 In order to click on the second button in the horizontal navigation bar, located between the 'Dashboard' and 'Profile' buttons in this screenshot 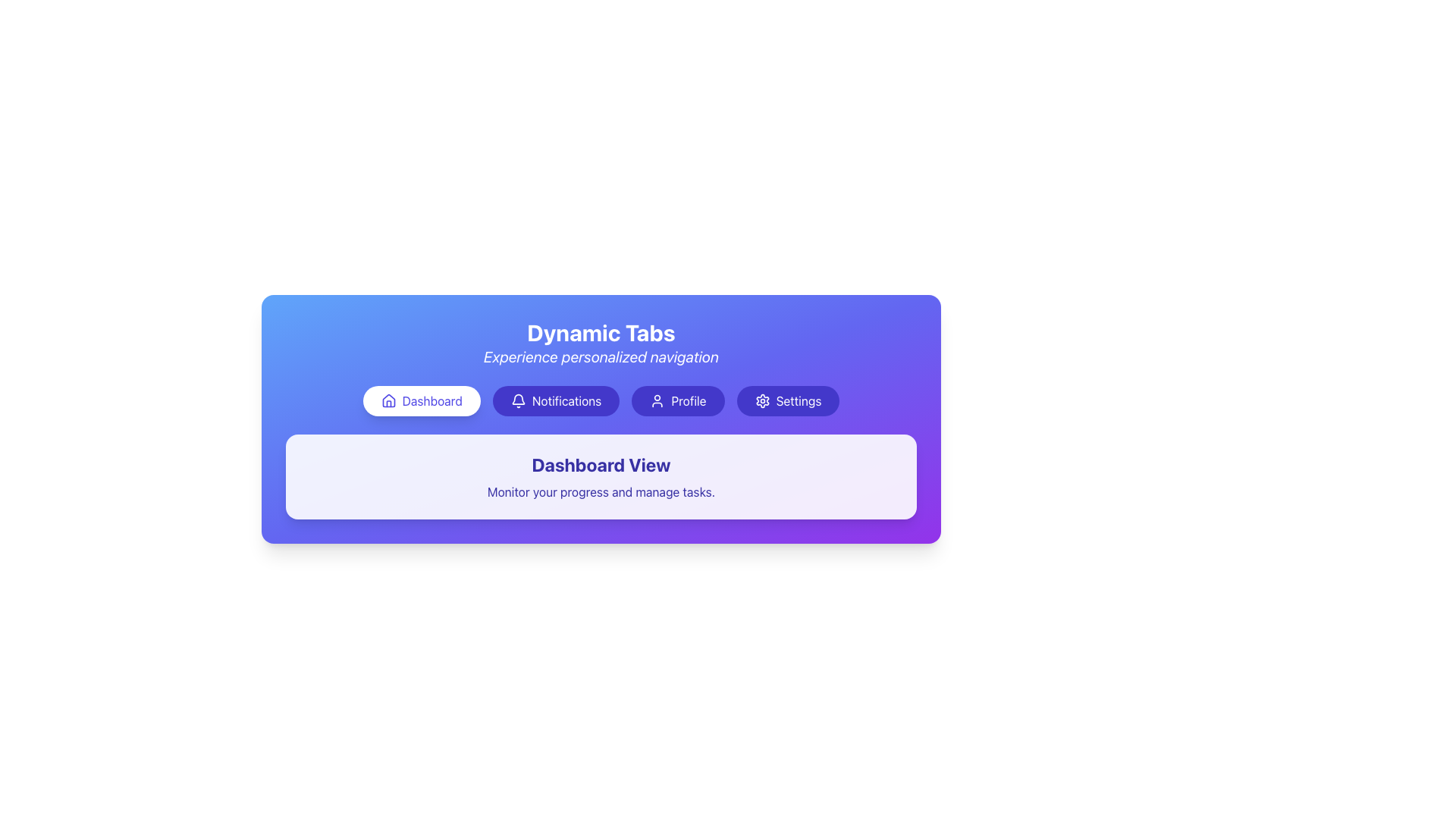, I will do `click(555, 400)`.